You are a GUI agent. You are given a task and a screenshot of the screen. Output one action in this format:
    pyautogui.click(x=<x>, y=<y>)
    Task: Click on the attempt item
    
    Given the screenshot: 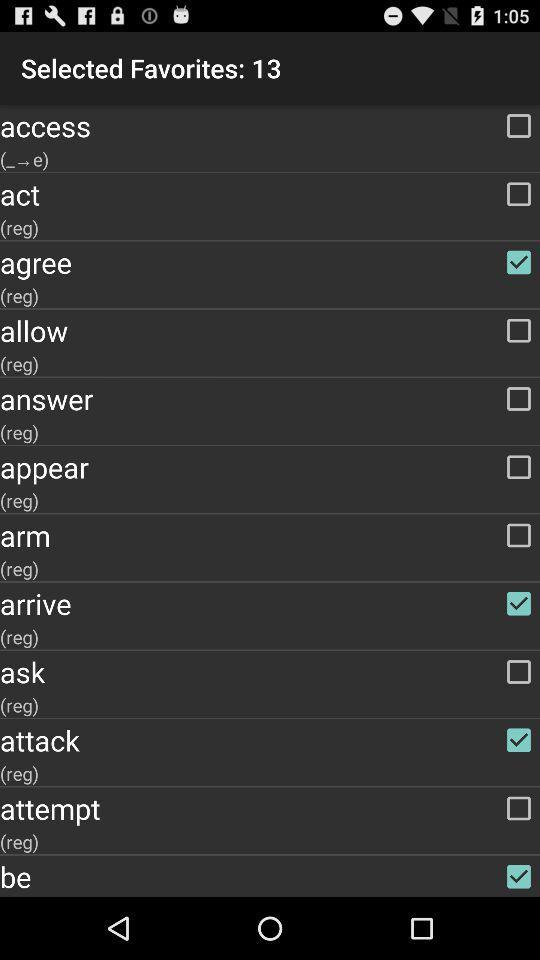 What is the action you would take?
    pyautogui.click(x=270, y=808)
    